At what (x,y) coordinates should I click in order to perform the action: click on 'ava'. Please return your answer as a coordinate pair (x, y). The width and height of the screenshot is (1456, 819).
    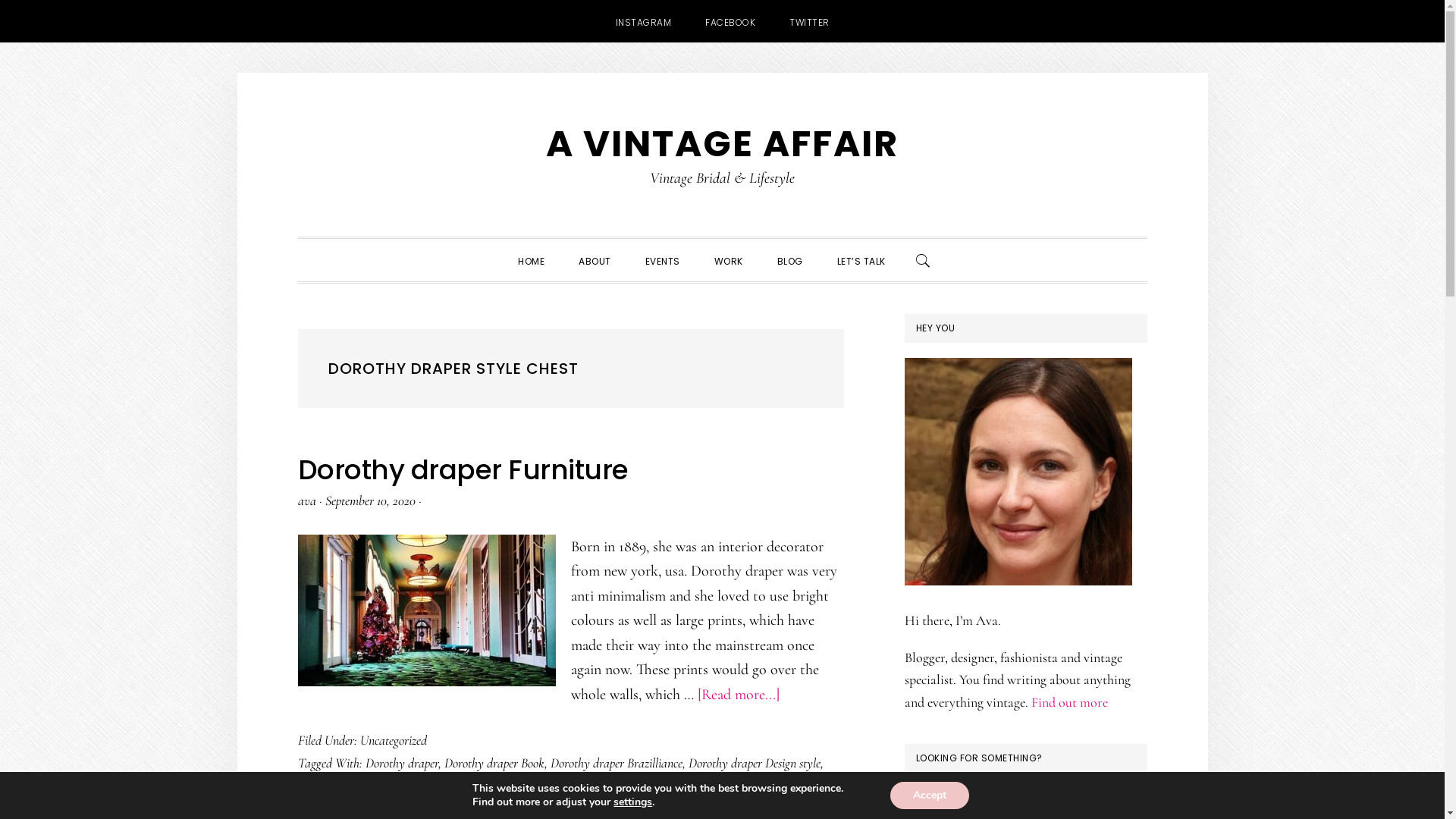
    Looking at the image, I should click on (305, 500).